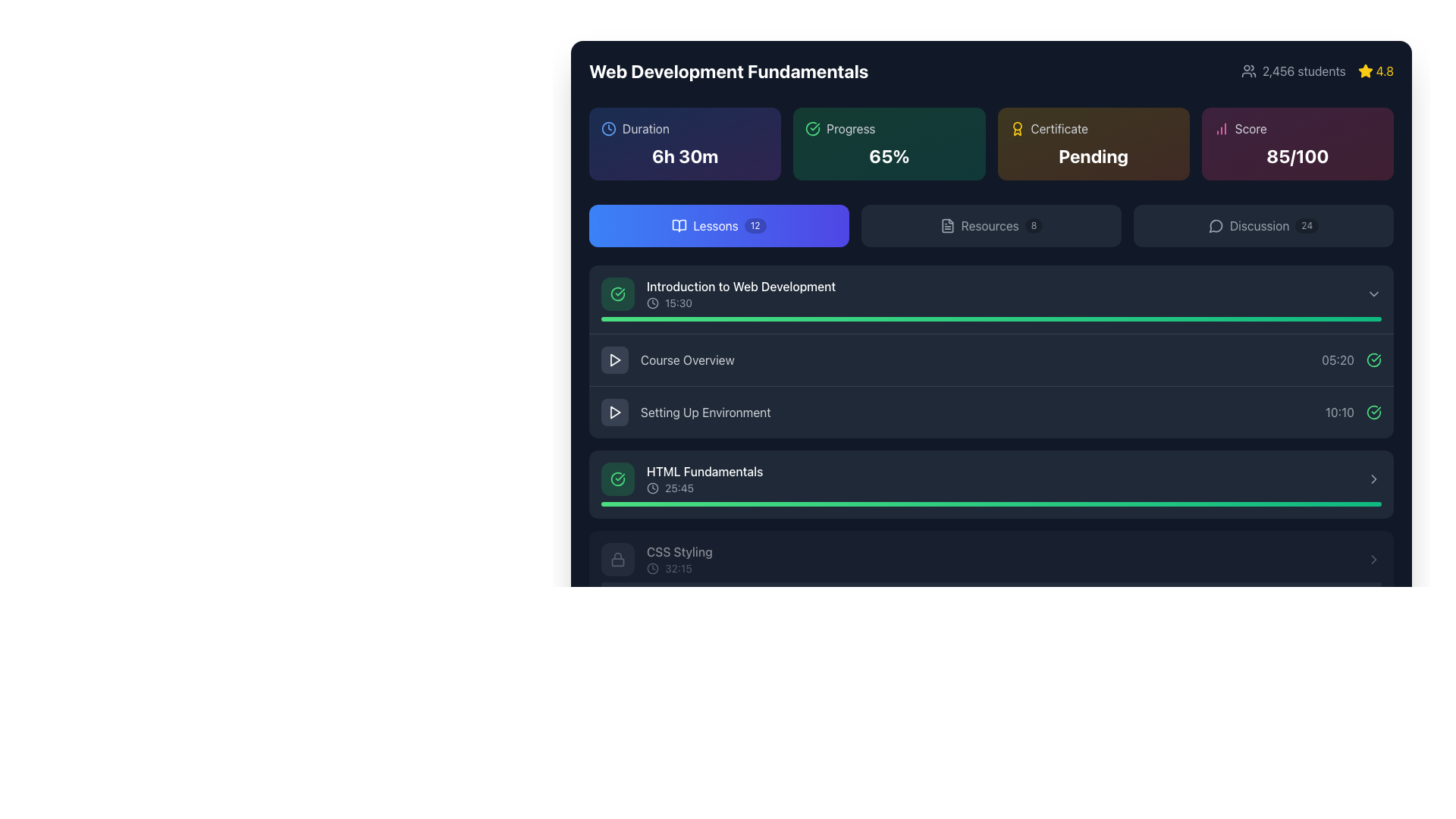  What do you see at coordinates (1017, 125) in the screenshot?
I see `the decorative Circle element within the award icon, which is centrally positioned in the SVG representation` at bounding box center [1017, 125].